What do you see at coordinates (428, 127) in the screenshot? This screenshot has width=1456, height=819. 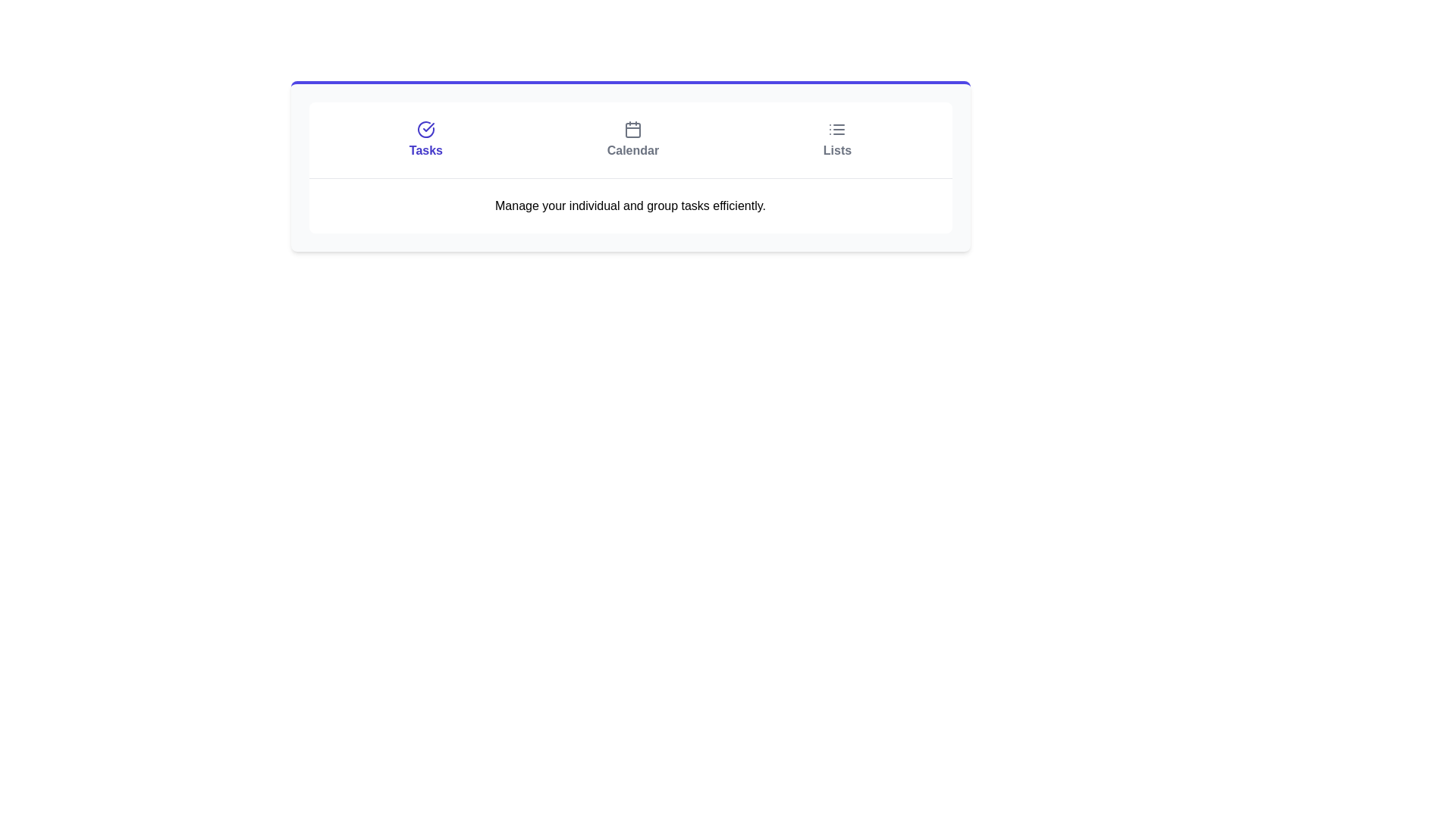 I see `the decorative icon within the circular SVG graphic located at the top-left corner of the web interface, under the 'Tasks' label` at bounding box center [428, 127].